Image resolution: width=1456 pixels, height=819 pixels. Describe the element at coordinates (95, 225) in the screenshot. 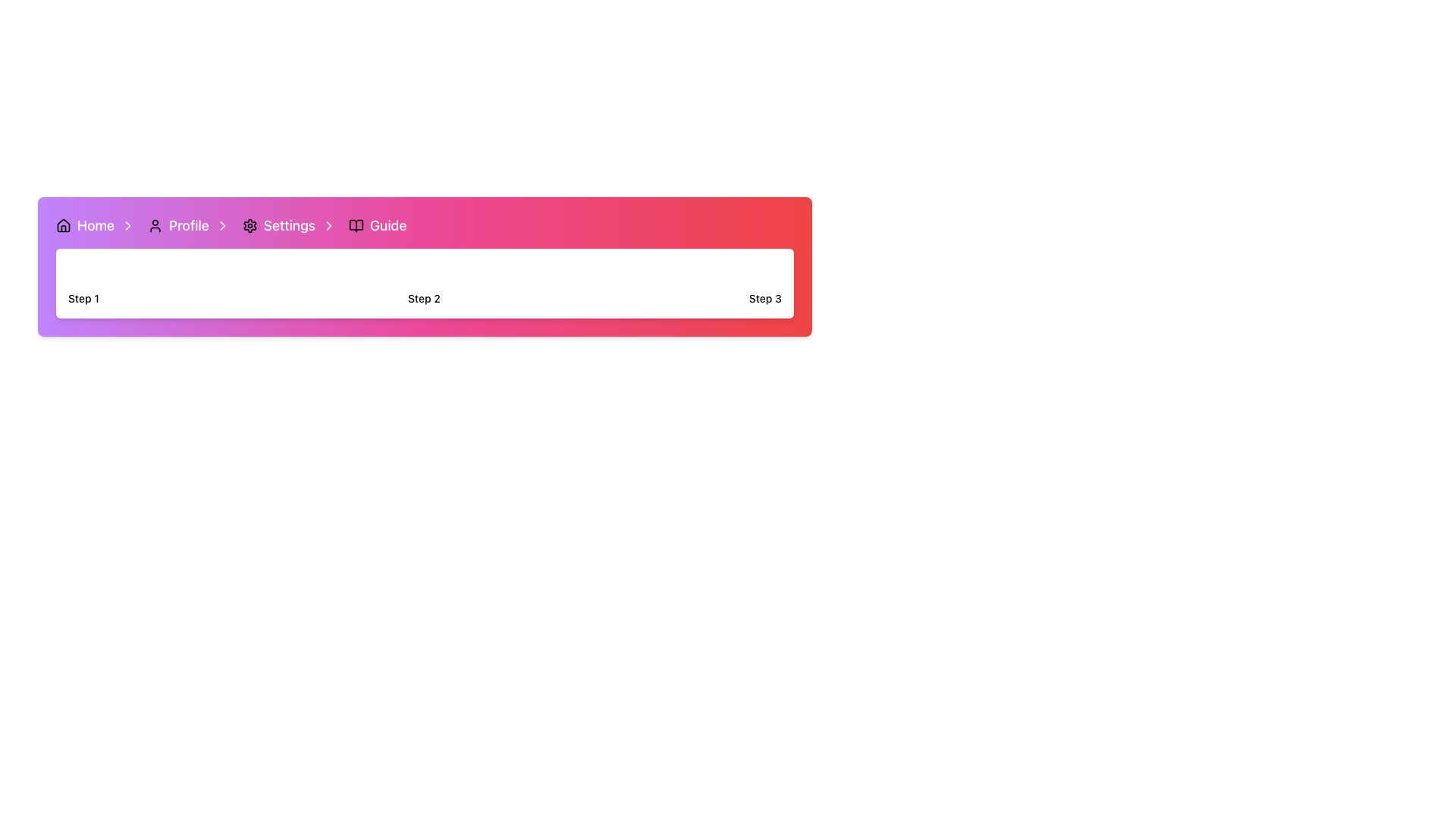

I see `the 'Home' text label in the navigation bar` at that location.